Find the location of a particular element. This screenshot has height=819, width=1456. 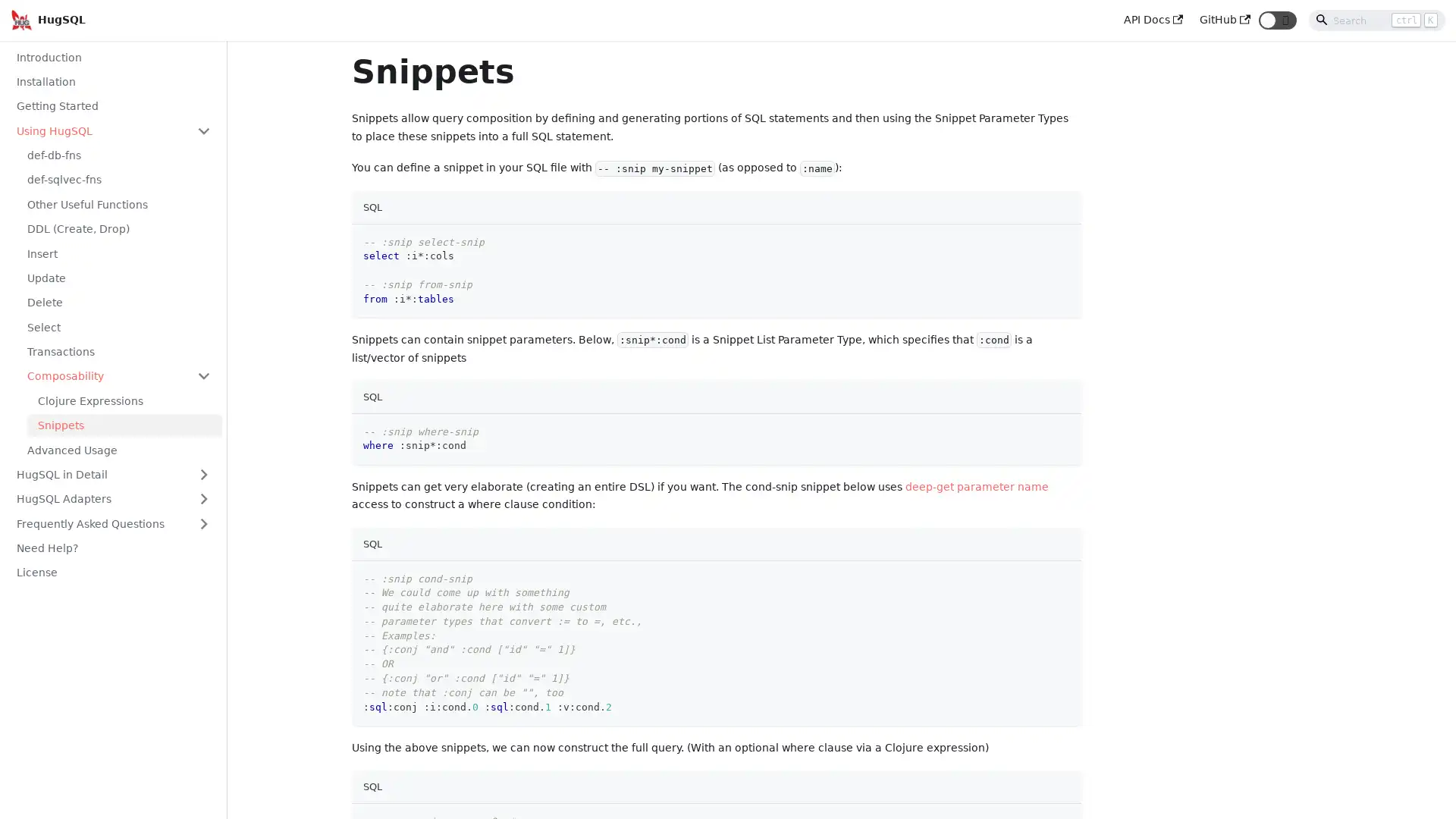

Toggle the collapsible sidebar category 'Composability' is located at coordinates (202, 375).